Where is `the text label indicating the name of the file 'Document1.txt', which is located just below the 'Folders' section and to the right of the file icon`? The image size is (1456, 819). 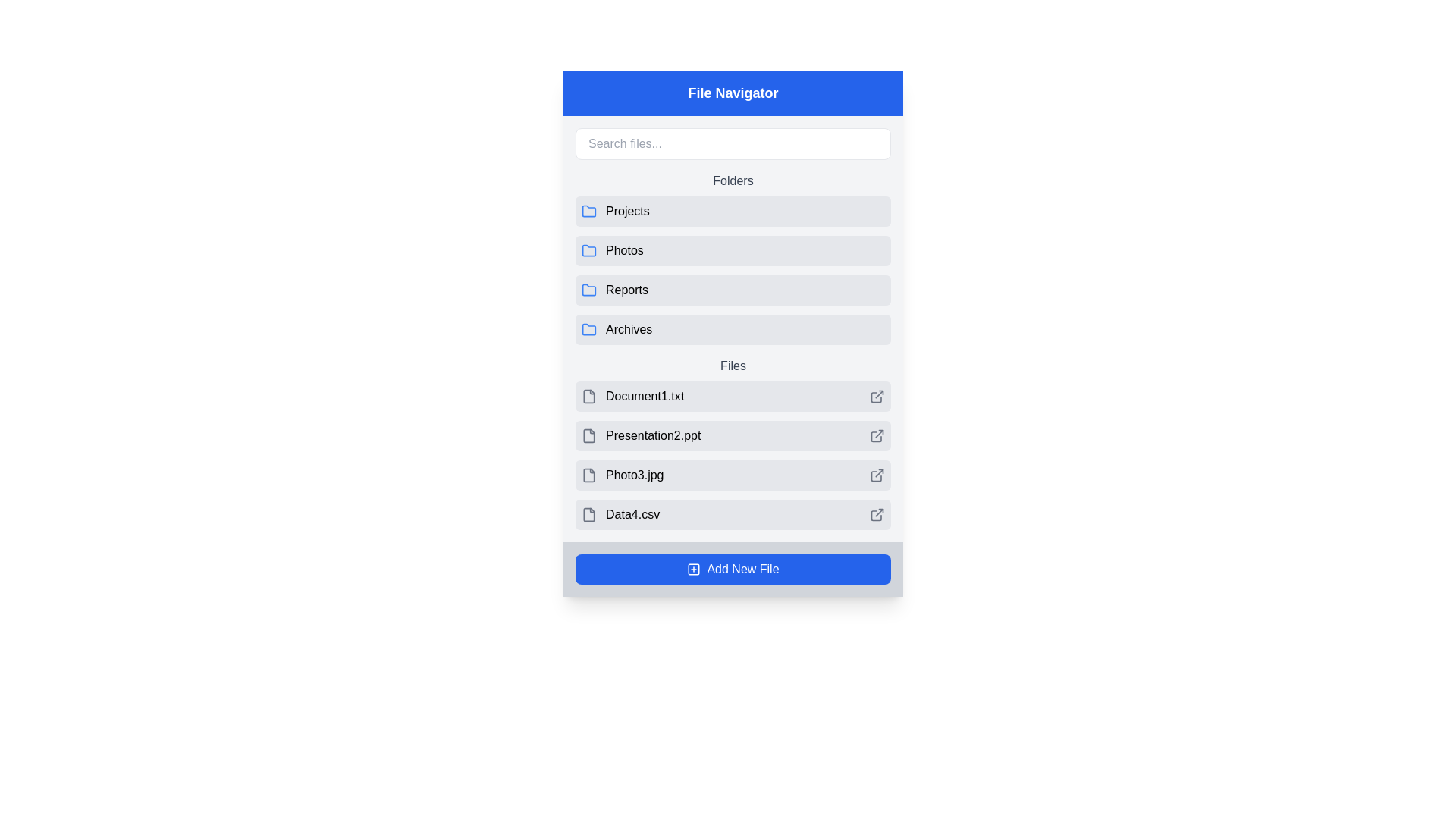
the text label indicating the name of the file 'Document1.txt', which is located just below the 'Folders' section and to the right of the file icon is located at coordinates (645, 396).